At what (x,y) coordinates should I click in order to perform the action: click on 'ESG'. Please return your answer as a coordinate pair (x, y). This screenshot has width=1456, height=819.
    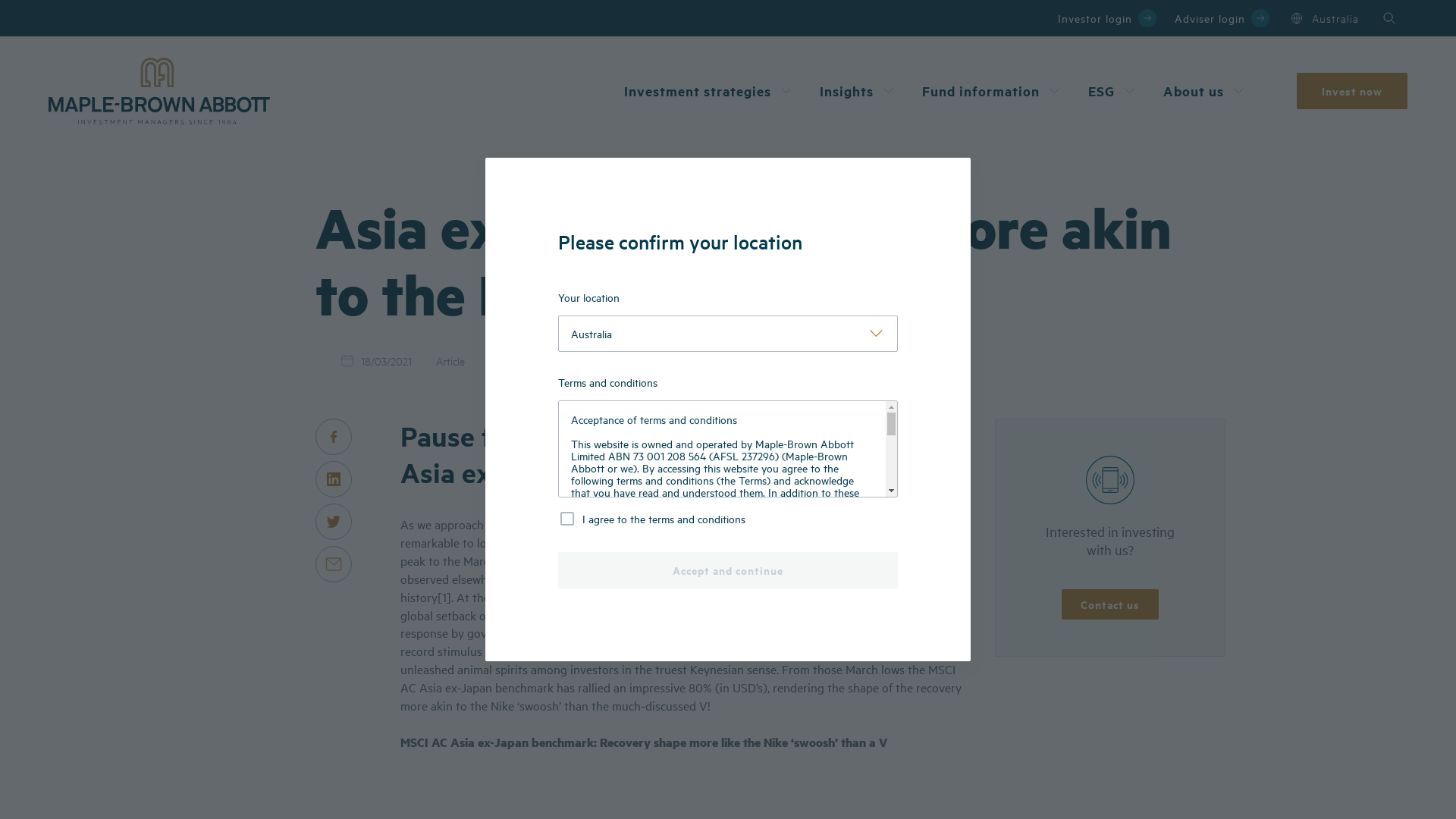
    Looking at the image, I should click on (1075, 90).